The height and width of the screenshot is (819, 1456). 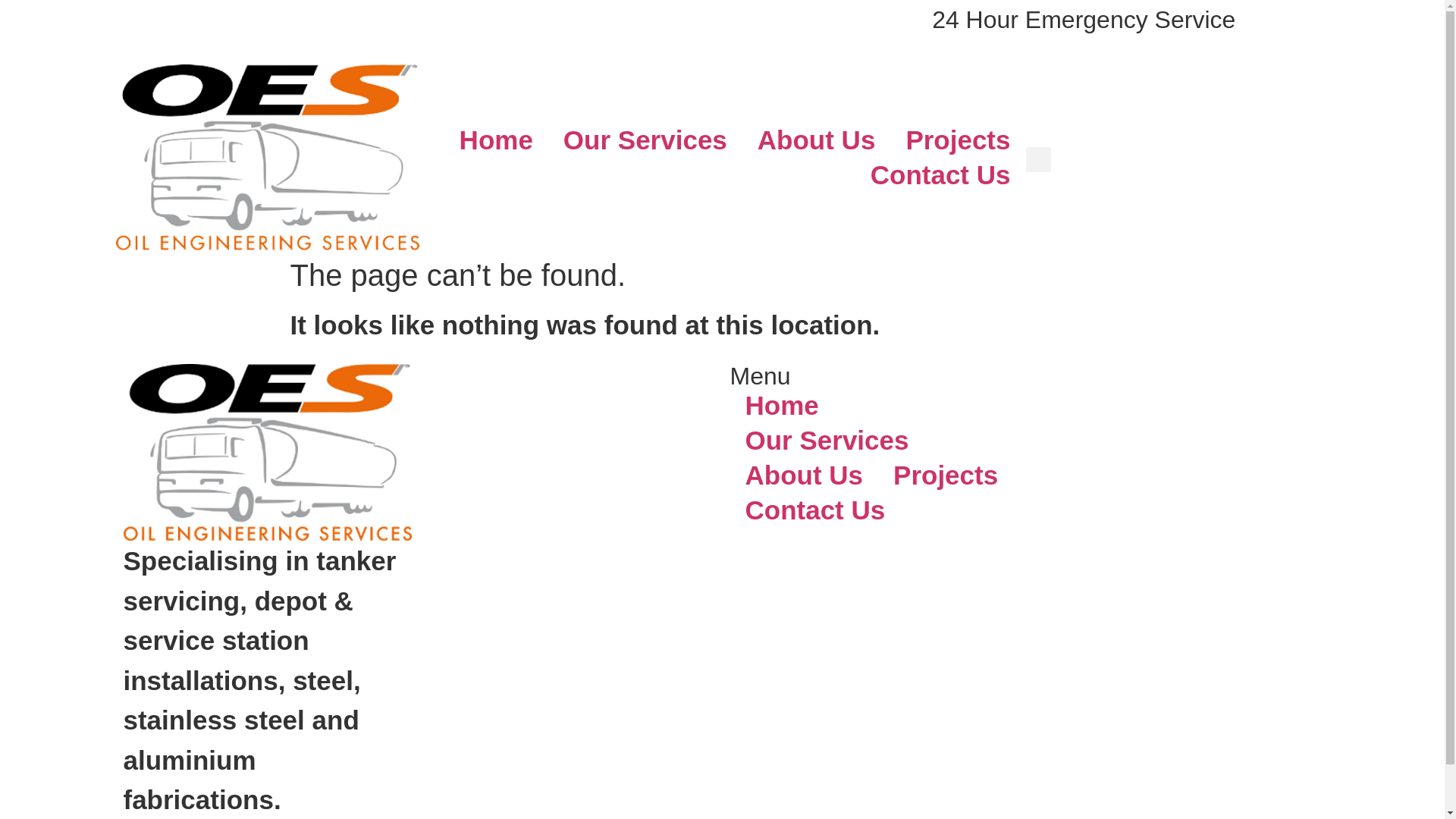 What do you see at coordinates (496, 140) in the screenshot?
I see `'Home'` at bounding box center [496, 140].